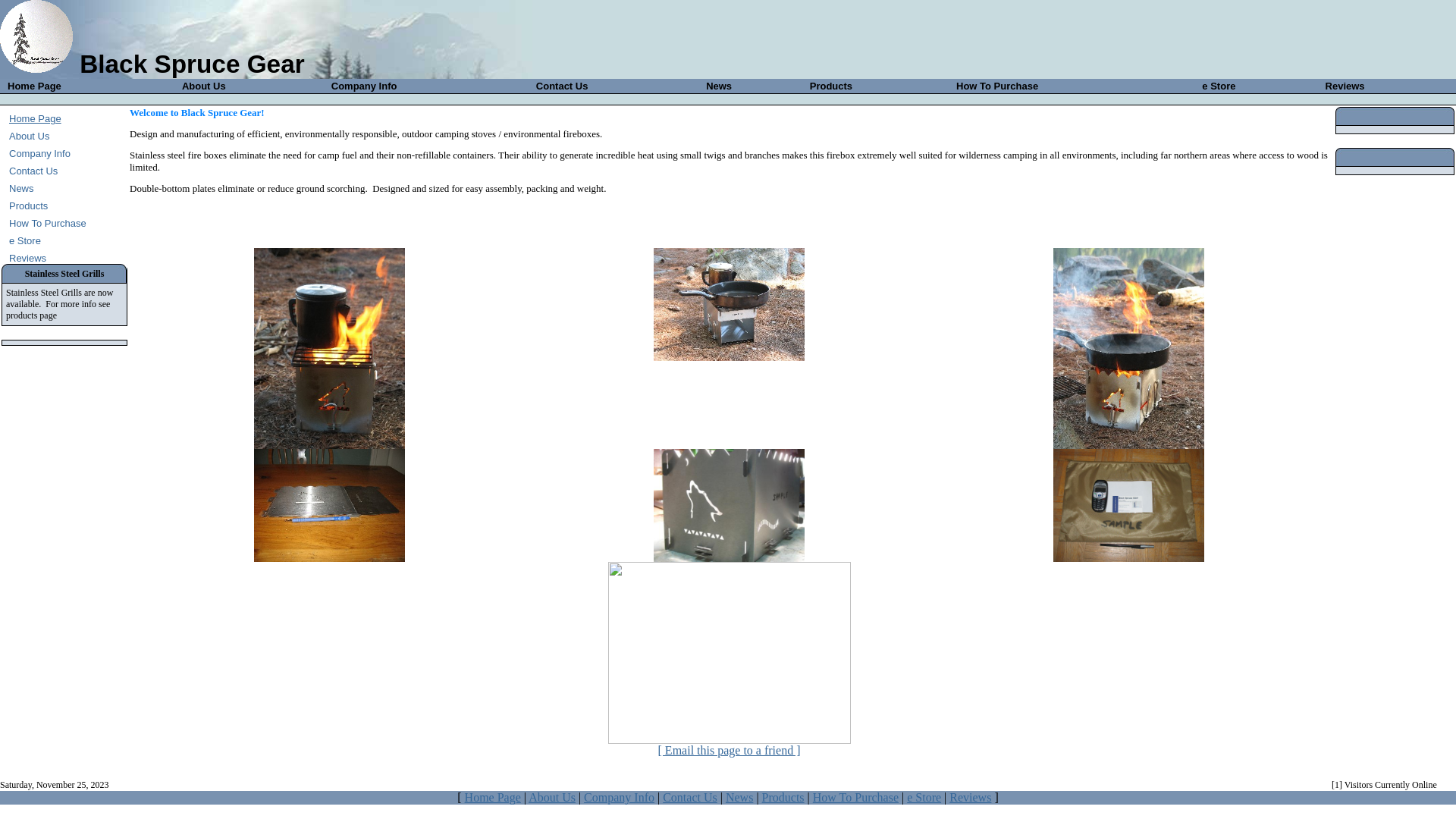 The width and height of the screenshot is (1456, 819). I want to click on 'Products', so click(830, 86).